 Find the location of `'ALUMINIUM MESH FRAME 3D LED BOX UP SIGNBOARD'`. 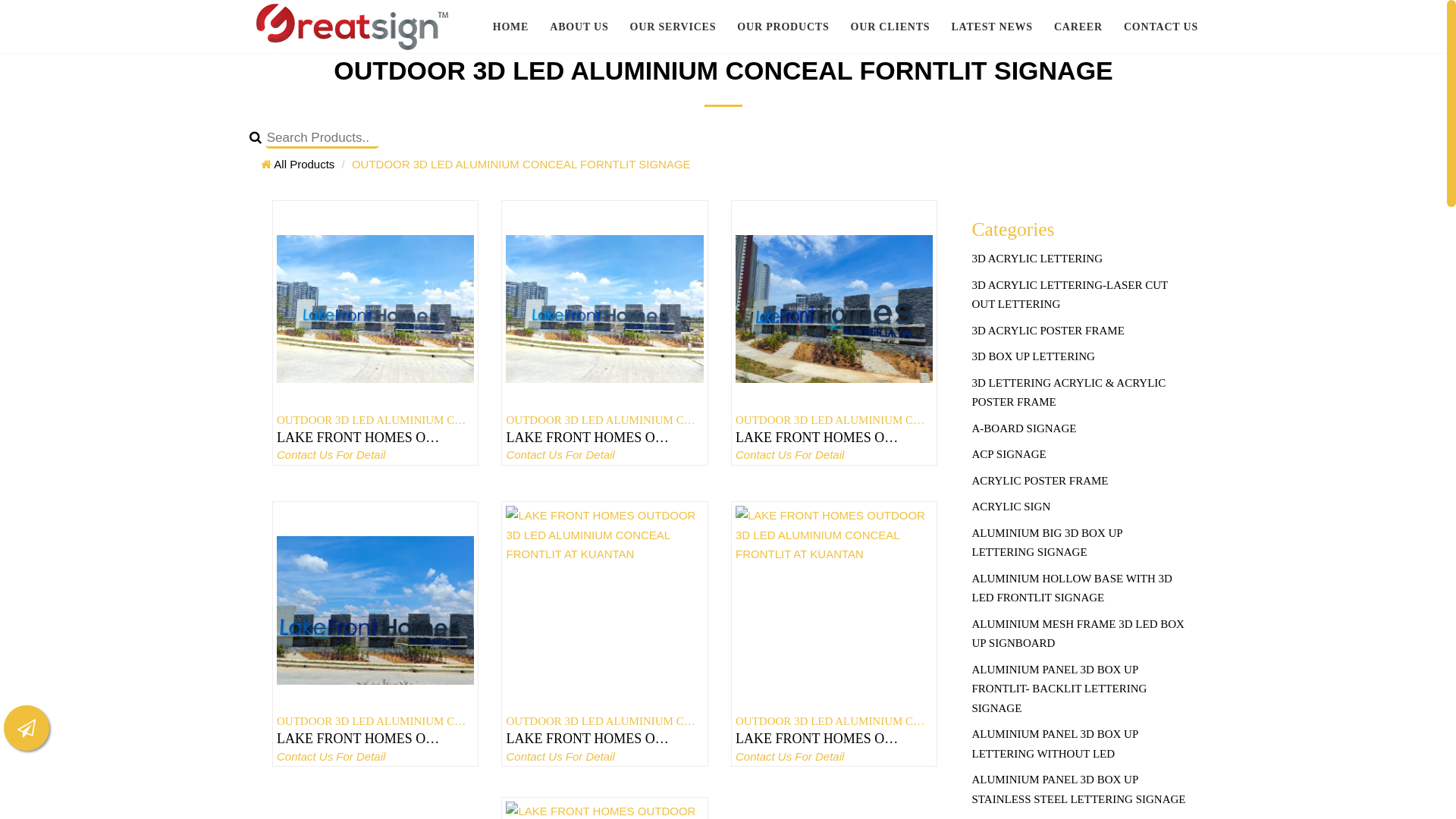

'ALUMINIUM MESH FRAME 3D LED BOX UP SIGNBOARD' is located at coordinates (1078, 634).